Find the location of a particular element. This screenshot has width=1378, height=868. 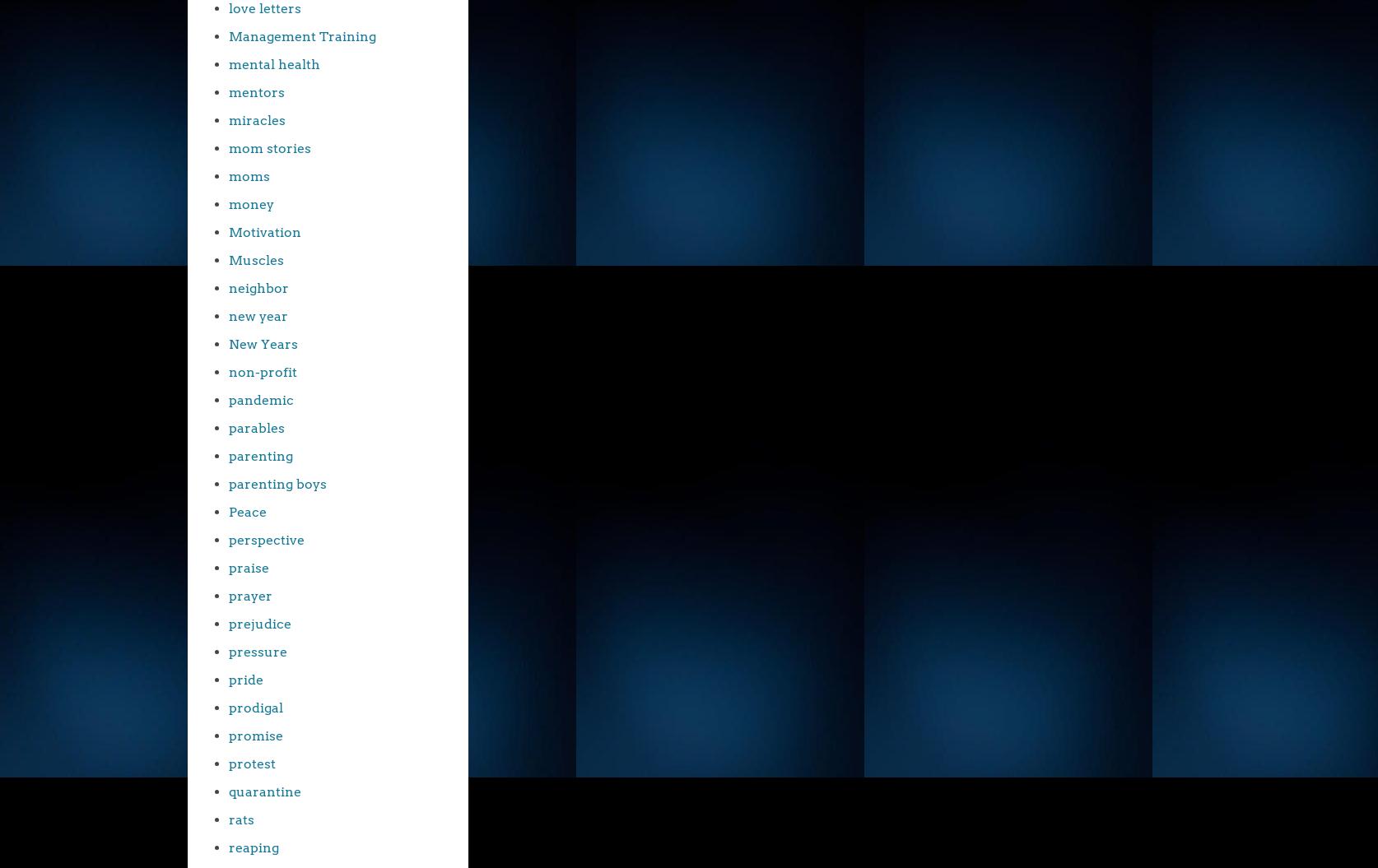

'reaping' is located at coordinates (254, 847).